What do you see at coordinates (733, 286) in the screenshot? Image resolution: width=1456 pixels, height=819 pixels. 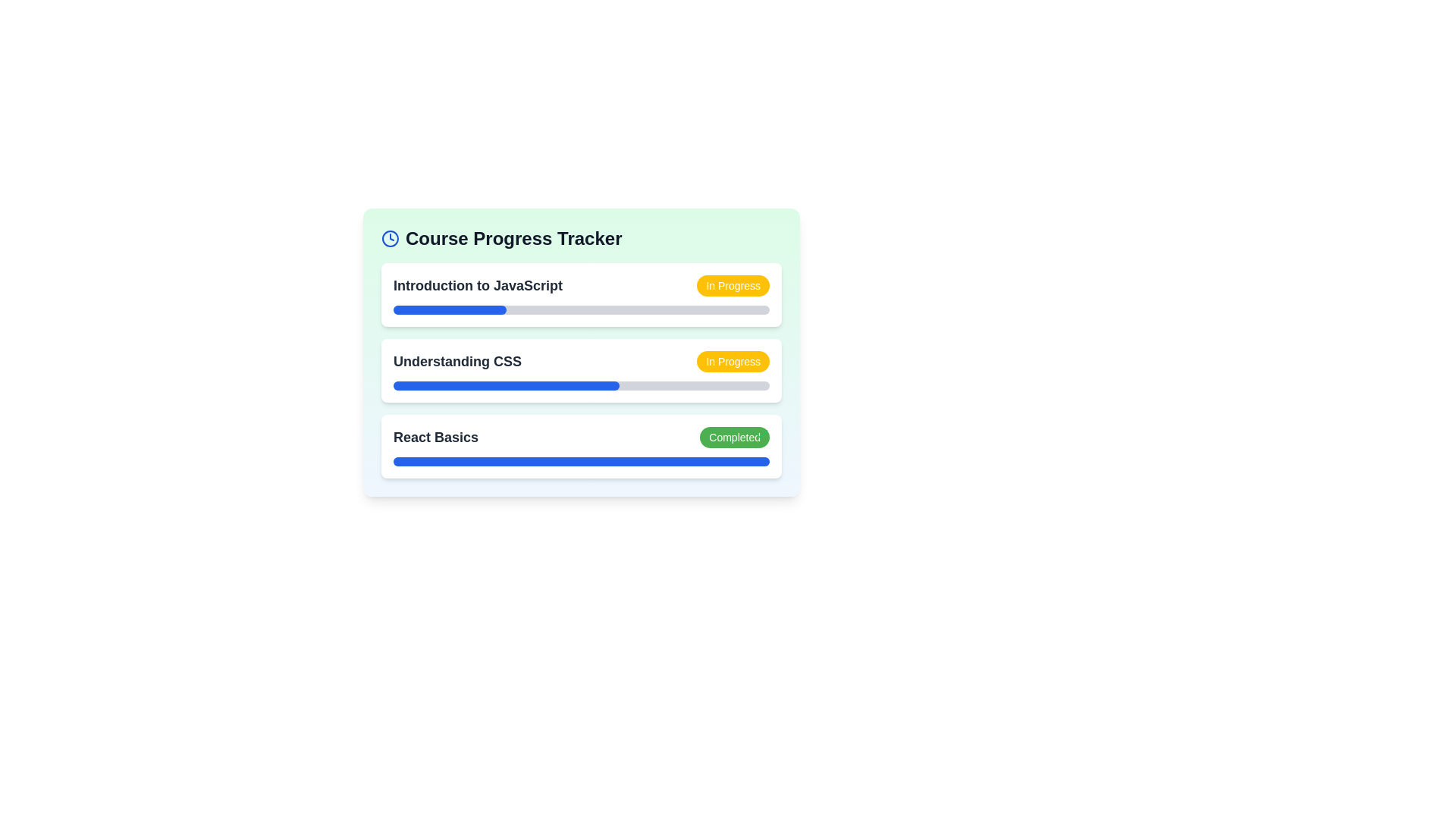 I see `the Informational badge with a yellow background and white text reading 'In Progress', located in the 'Course Progress Tracker' section, to the right of the 'Introduction to JavaScript' text` at bounding box center [733, 286].